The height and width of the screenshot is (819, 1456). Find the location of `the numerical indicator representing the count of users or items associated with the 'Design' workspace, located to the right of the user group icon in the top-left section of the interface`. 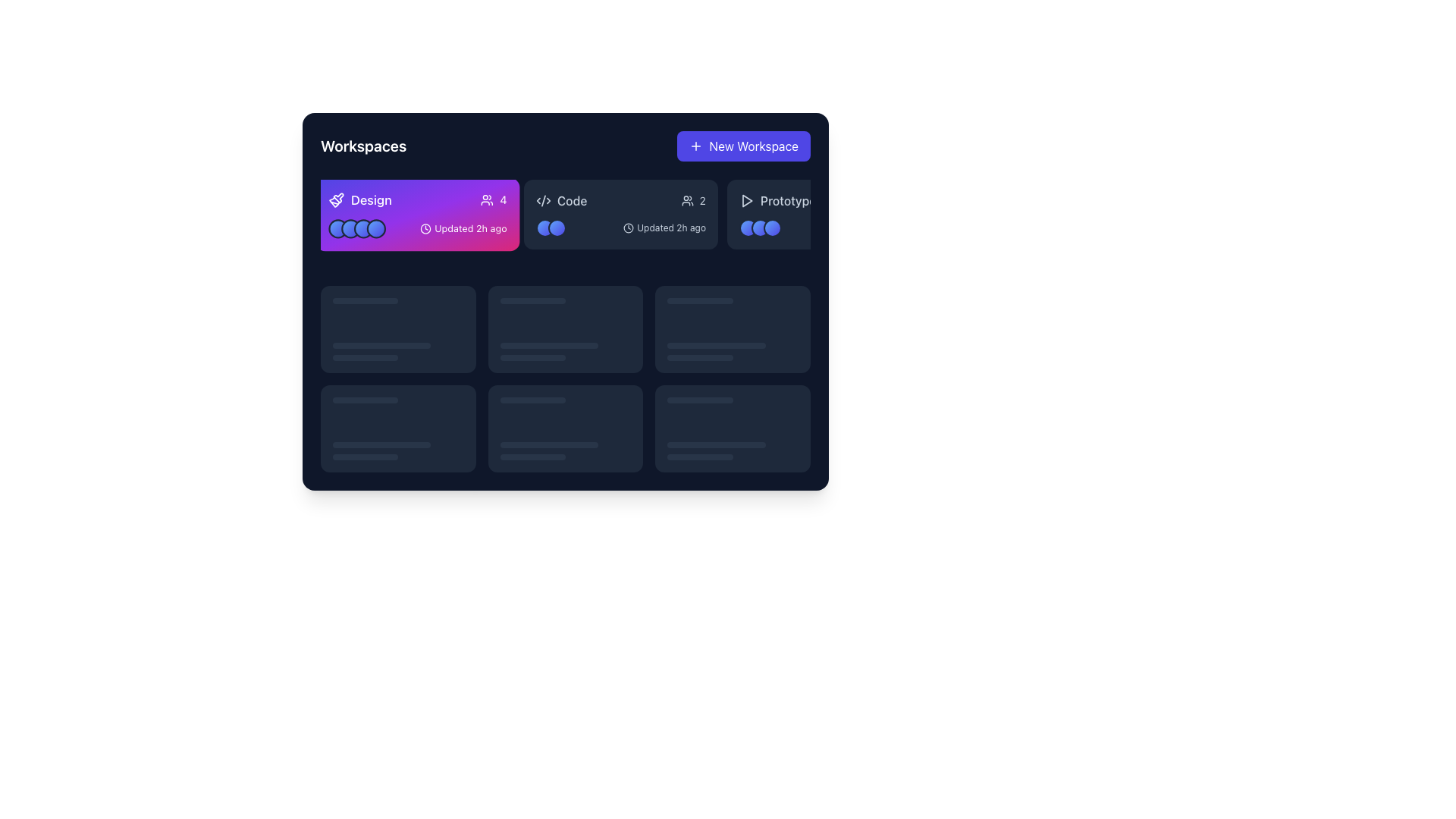

the numerical indicator representing the count of users or items associated with the 'Design' workspace, located to the right of the user group icon in the top-left section of the interface is located at coordinates (503, 199).